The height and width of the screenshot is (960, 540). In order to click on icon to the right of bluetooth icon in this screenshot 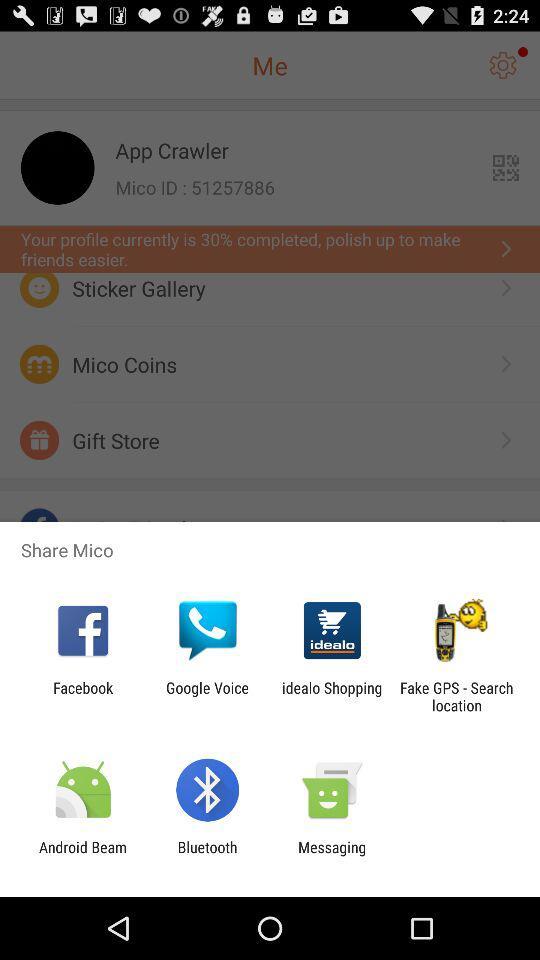, I will do `click(332, 855)`.